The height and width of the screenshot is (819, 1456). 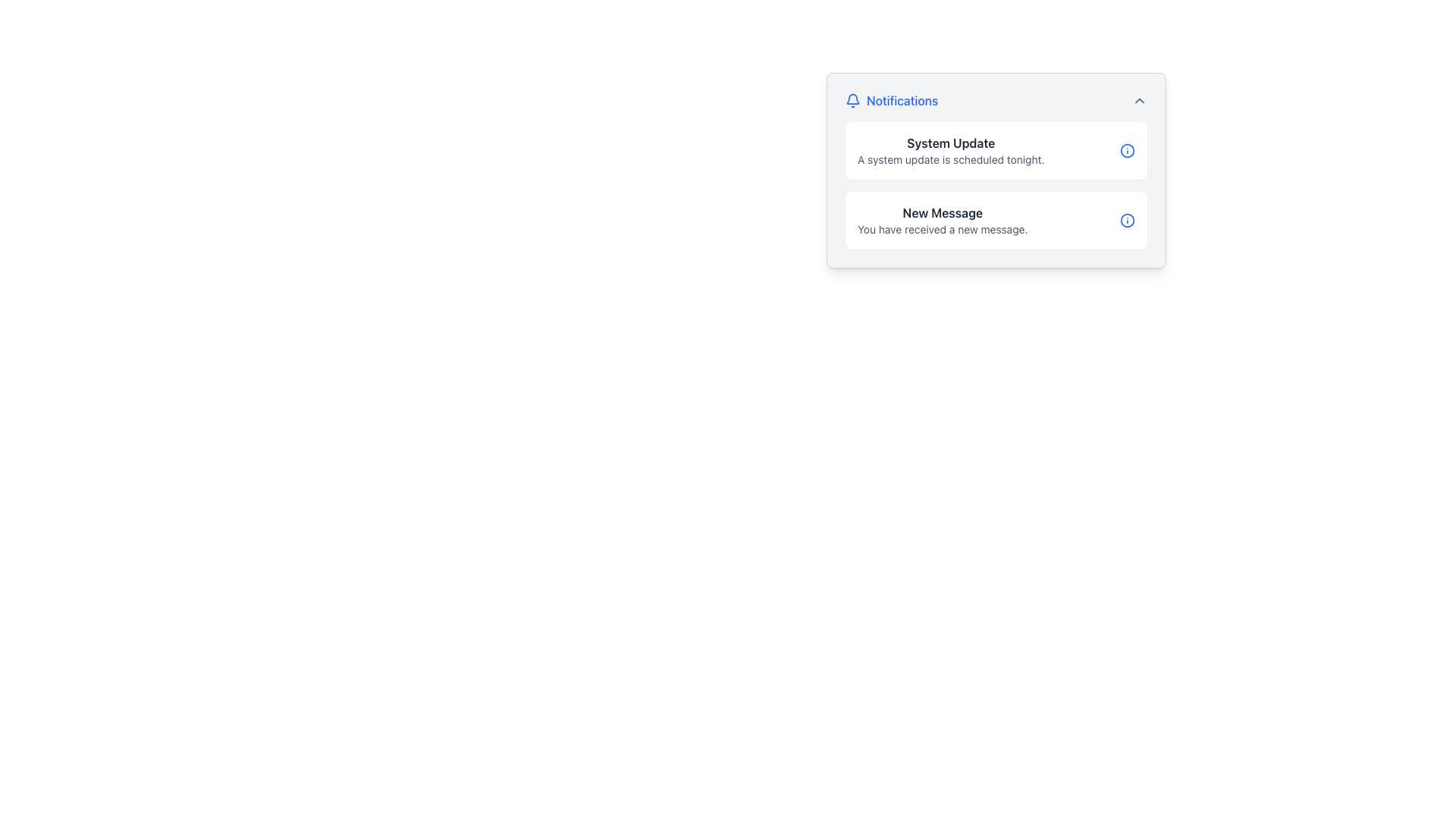 What do you see at coordinates (852, 99) in the screenshot?
I see `the decorative icon located in the top-left corner of the Notification card, next to the 'Notifications' title` at bounding box center [852, 99].